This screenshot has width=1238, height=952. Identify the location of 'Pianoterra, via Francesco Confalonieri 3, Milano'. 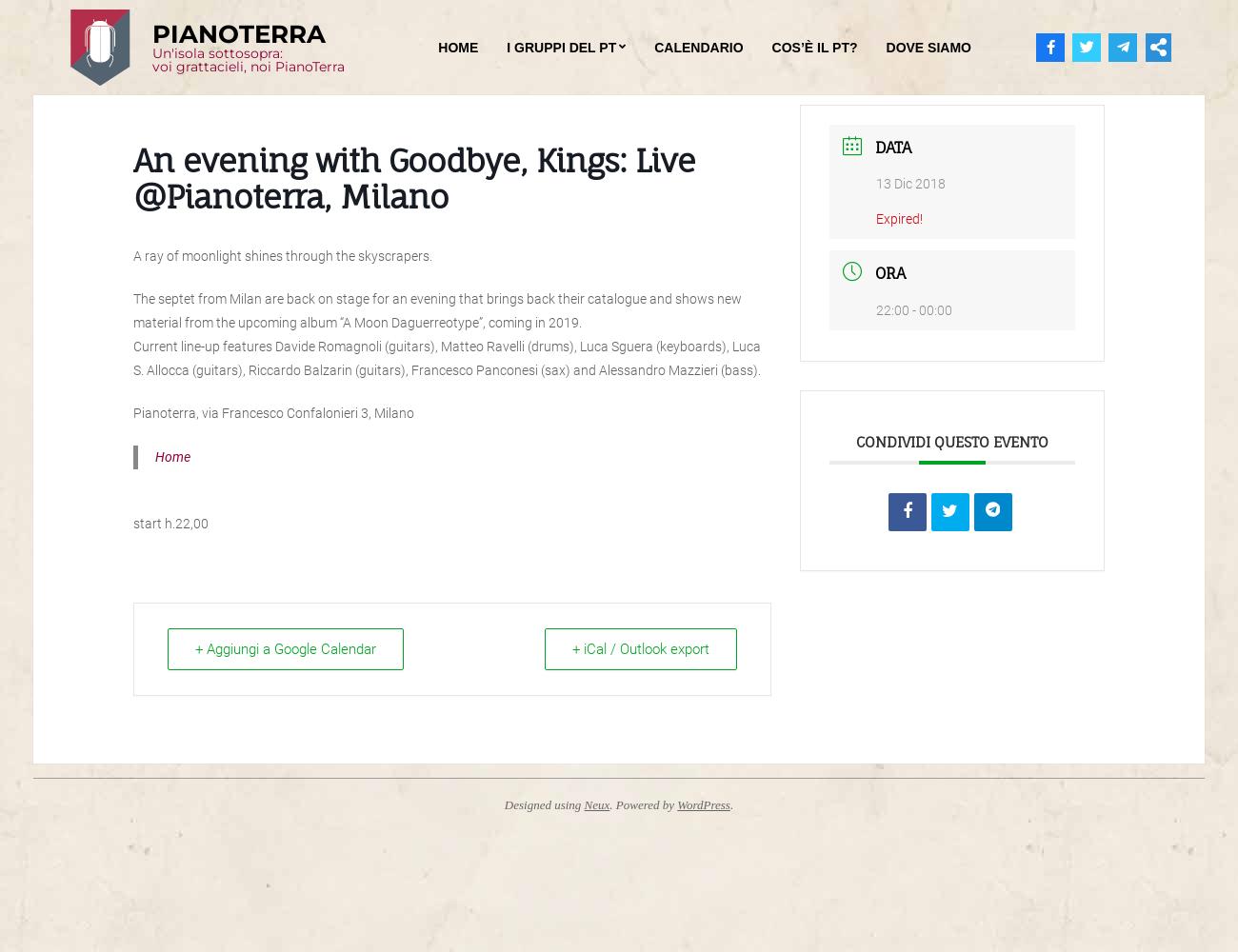
(273, 413).